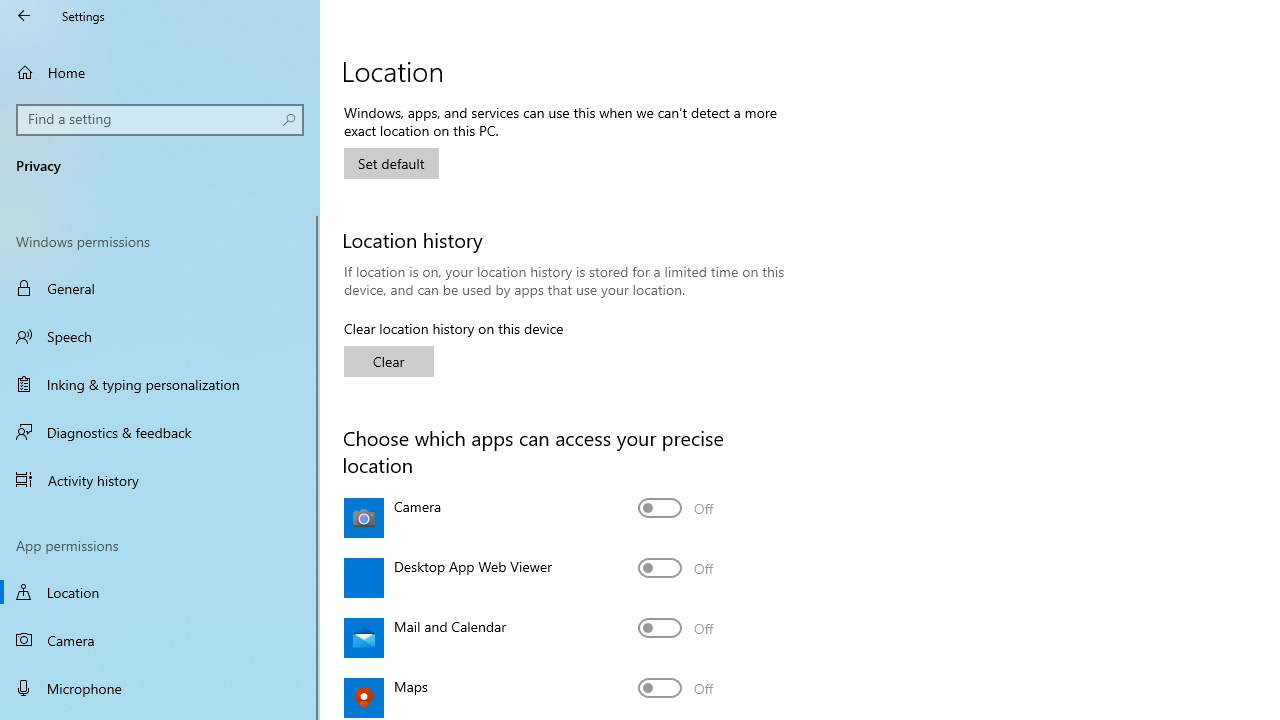 This screenshot has height=720, width=1280. I want to click on 'Diagnostics & feedback', so click(160, 431).